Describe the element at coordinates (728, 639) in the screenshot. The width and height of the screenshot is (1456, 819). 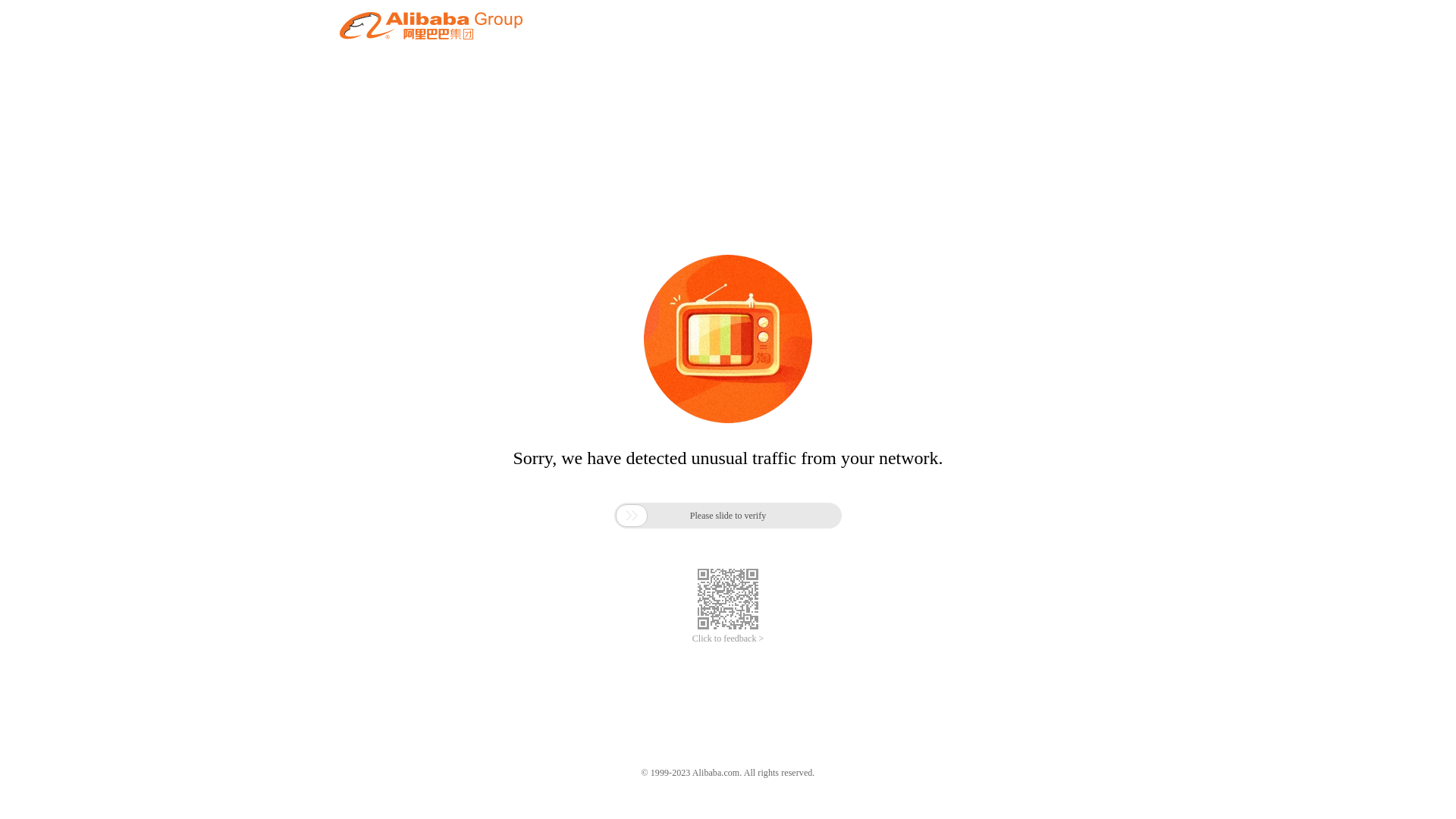
I see `'Click to feedback >'` at that location.